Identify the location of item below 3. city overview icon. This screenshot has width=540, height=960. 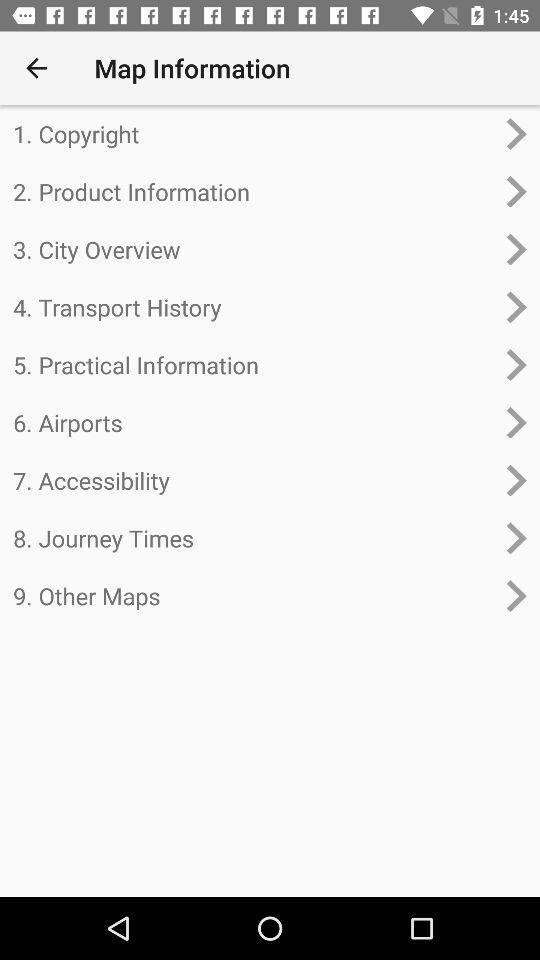
(253, 307).